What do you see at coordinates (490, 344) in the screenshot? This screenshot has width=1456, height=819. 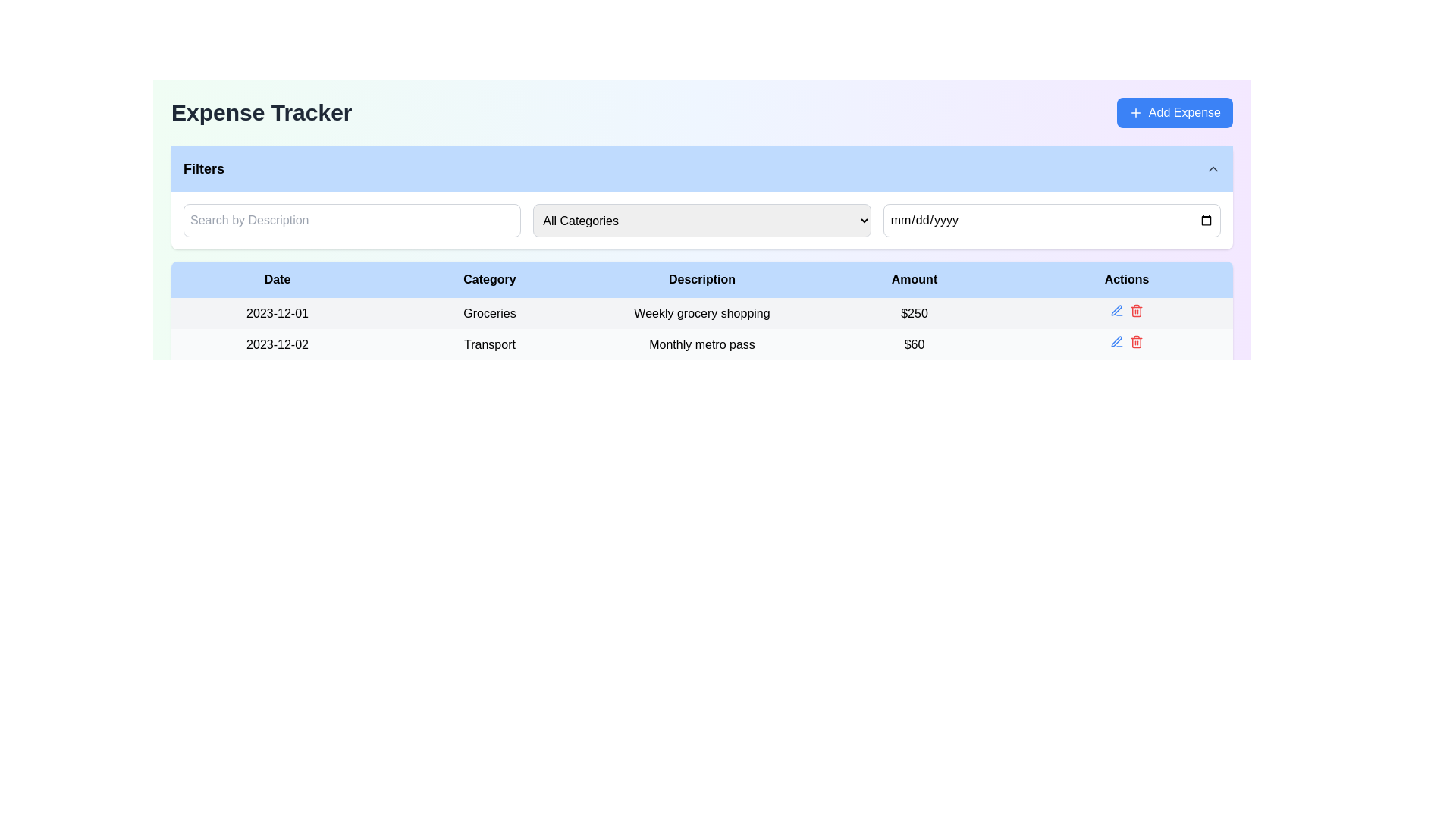 I see `the text label reading 'Transport', which is styled in plain black text and located in the second row of the table under the 'Category' column` at bounding box center [490, 344].